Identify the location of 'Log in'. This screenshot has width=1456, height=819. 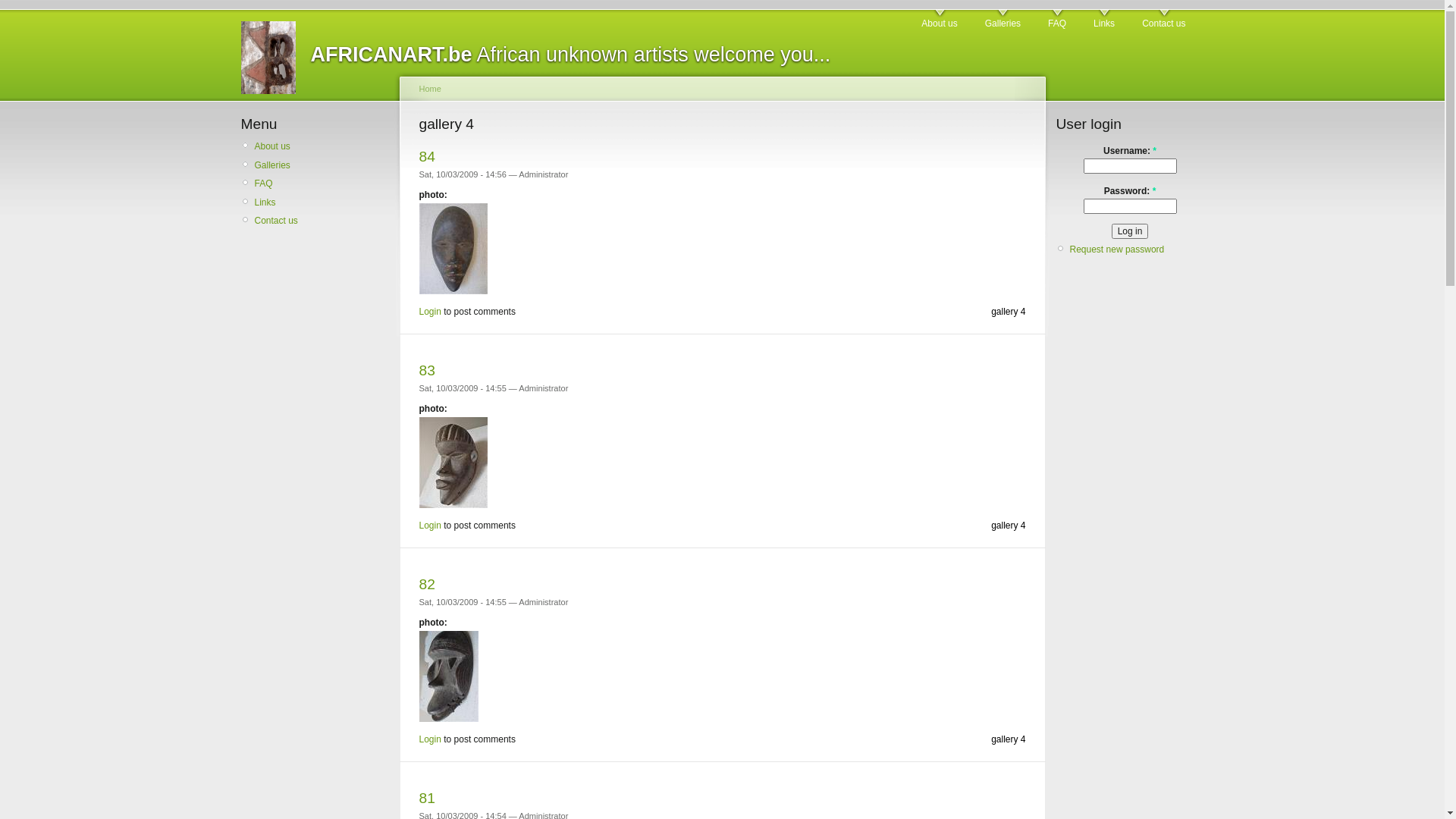
(1130, 231).